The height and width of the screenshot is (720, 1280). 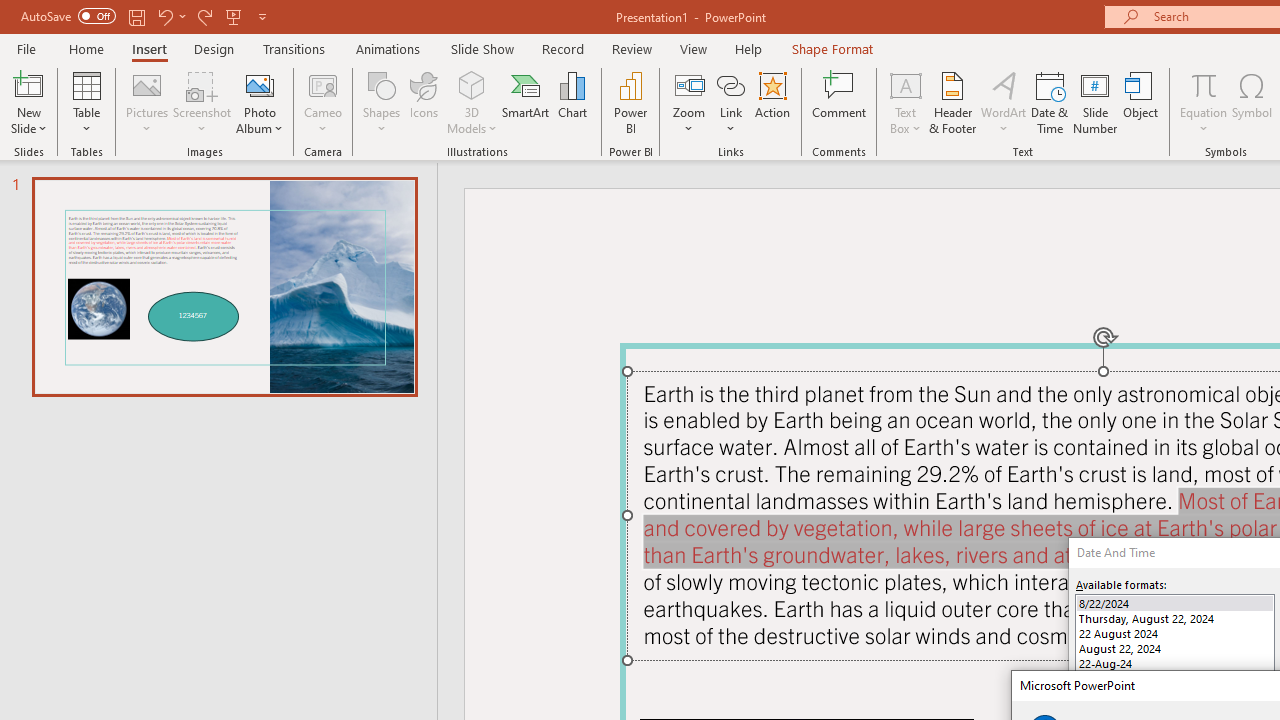 I want to click on 'Save', so click(x=135, y=16).